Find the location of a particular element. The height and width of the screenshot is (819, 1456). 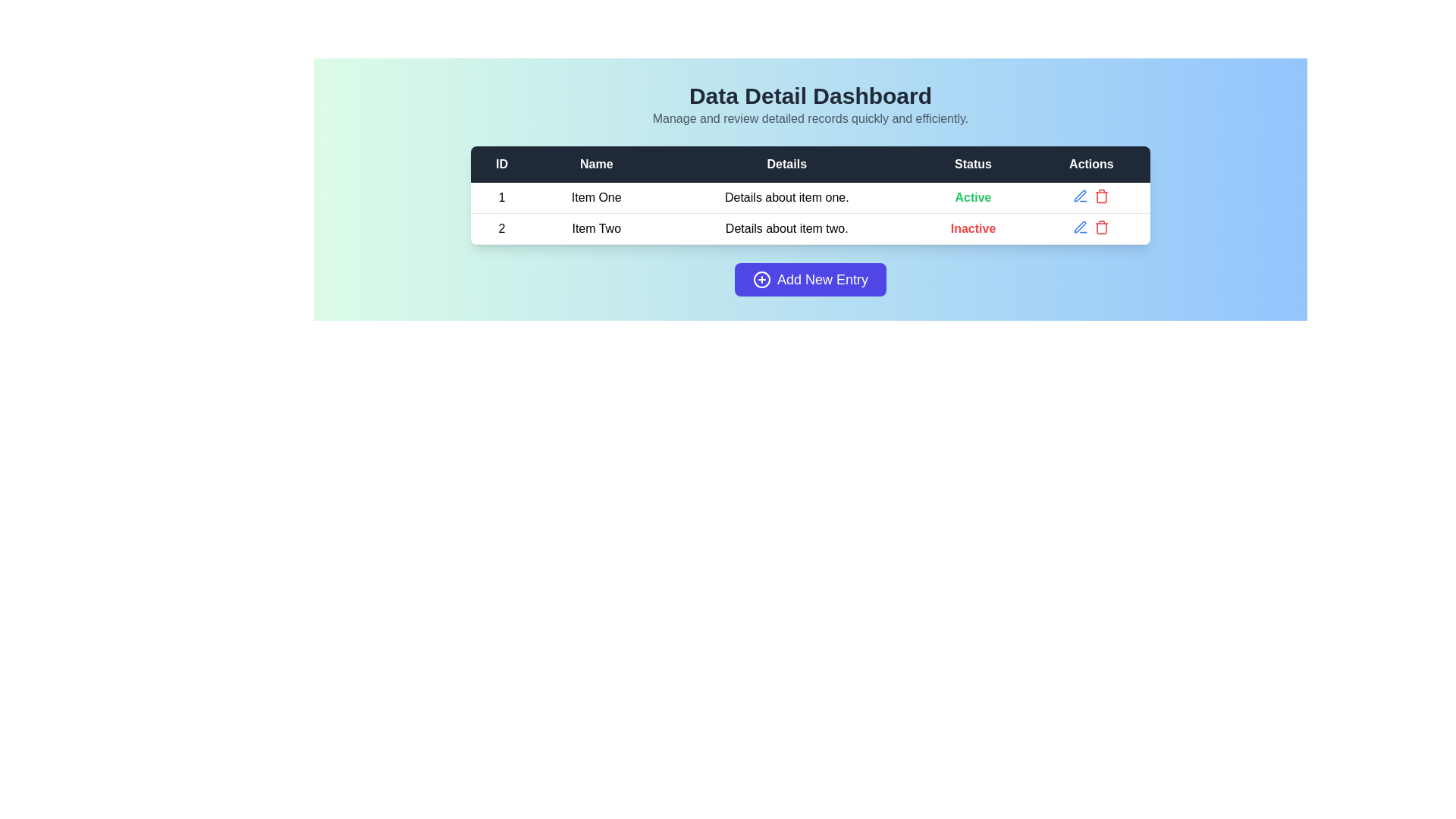

the red trash can icon in the Actions column is located at coordinates (1090, 195).